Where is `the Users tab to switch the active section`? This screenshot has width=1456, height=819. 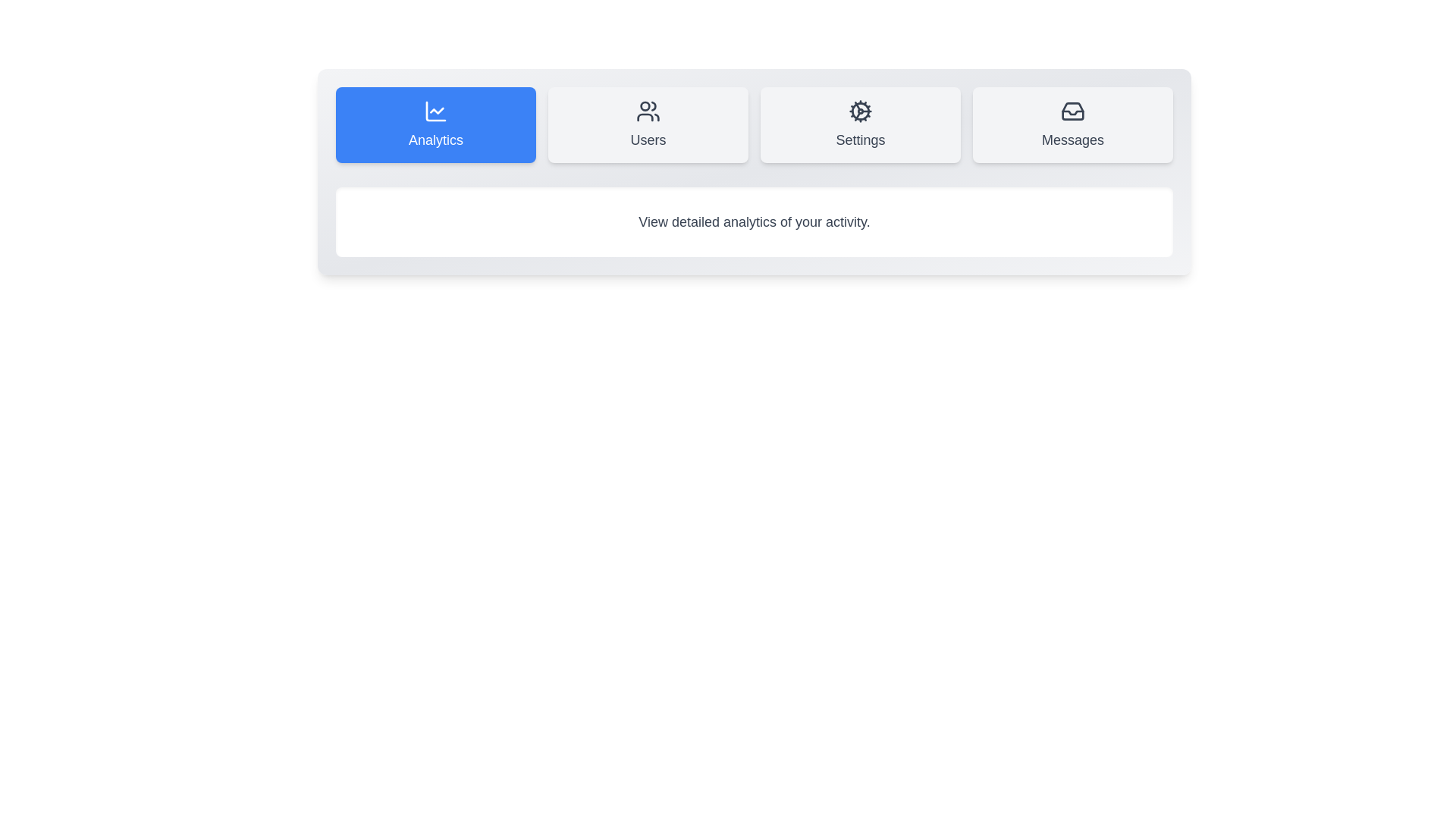
the Users tab to switch the active section is located at coordinates (648, 124).